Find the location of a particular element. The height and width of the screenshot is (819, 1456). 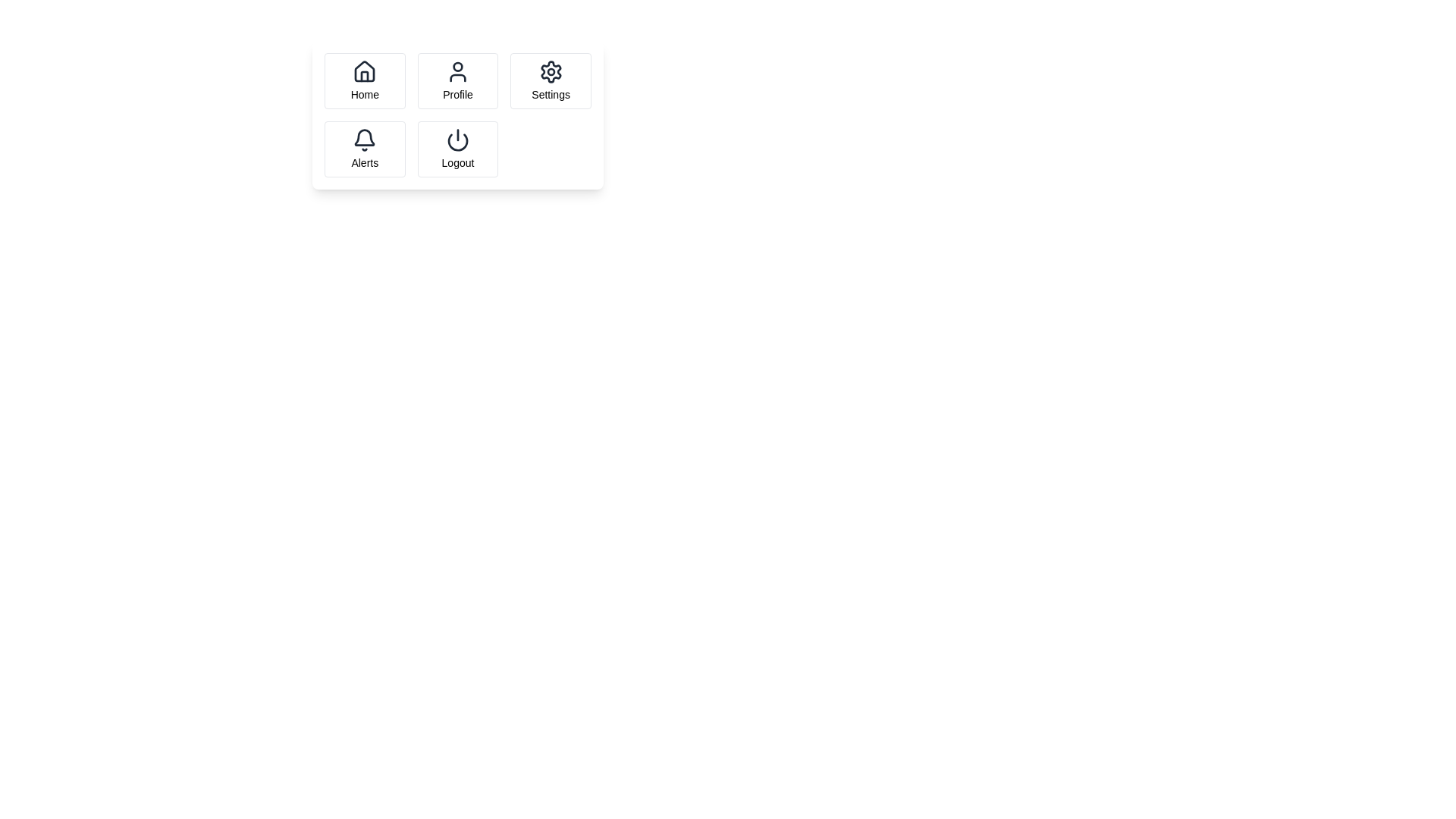

the Text Label that describes the 'Alerts' functionality, located below the bell icon in the bordered and rounded rectangular card in the grid layout is located at coordinates (365, 163).